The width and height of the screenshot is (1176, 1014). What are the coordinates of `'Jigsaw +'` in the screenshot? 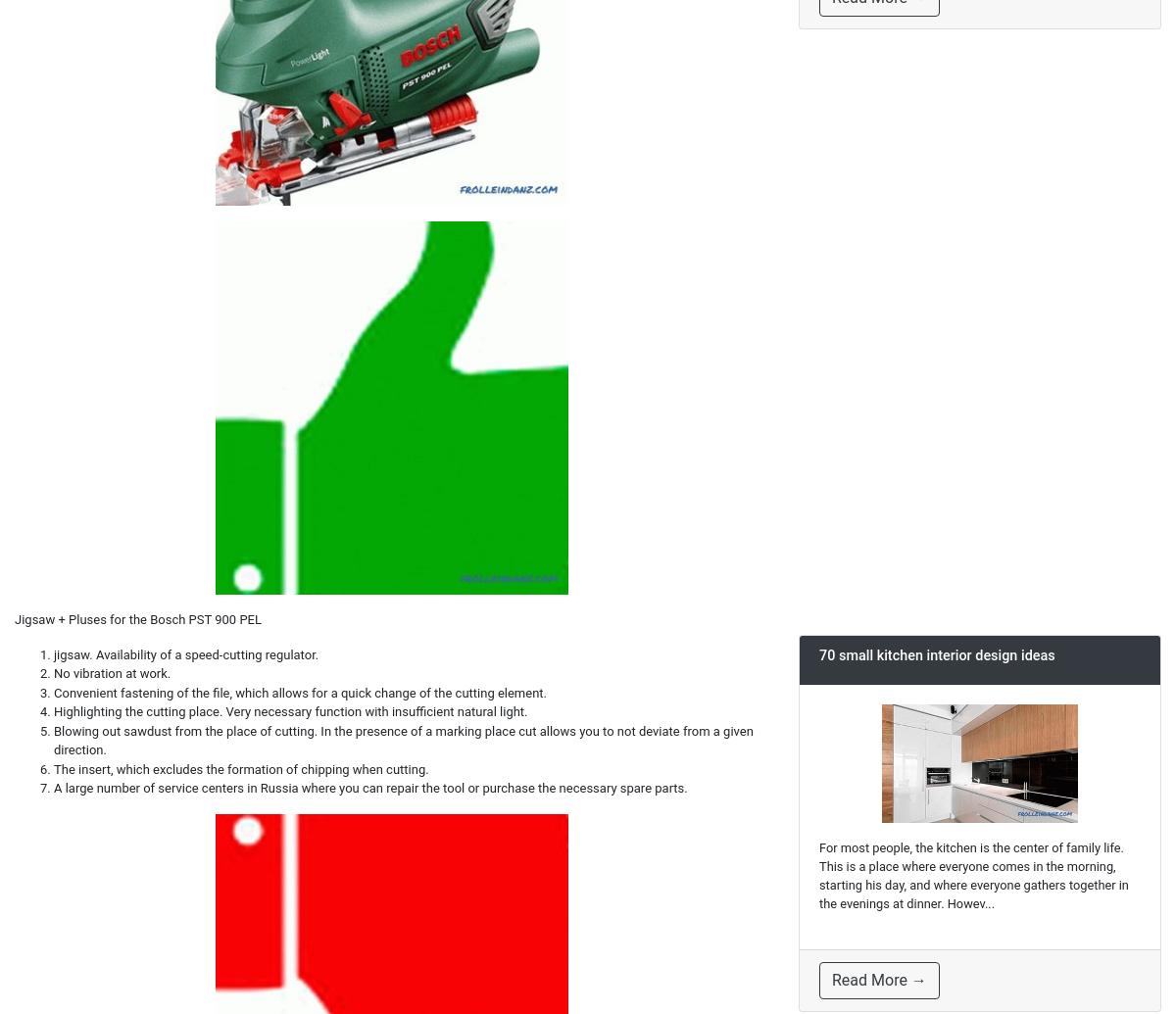 It's located at (41, 618).